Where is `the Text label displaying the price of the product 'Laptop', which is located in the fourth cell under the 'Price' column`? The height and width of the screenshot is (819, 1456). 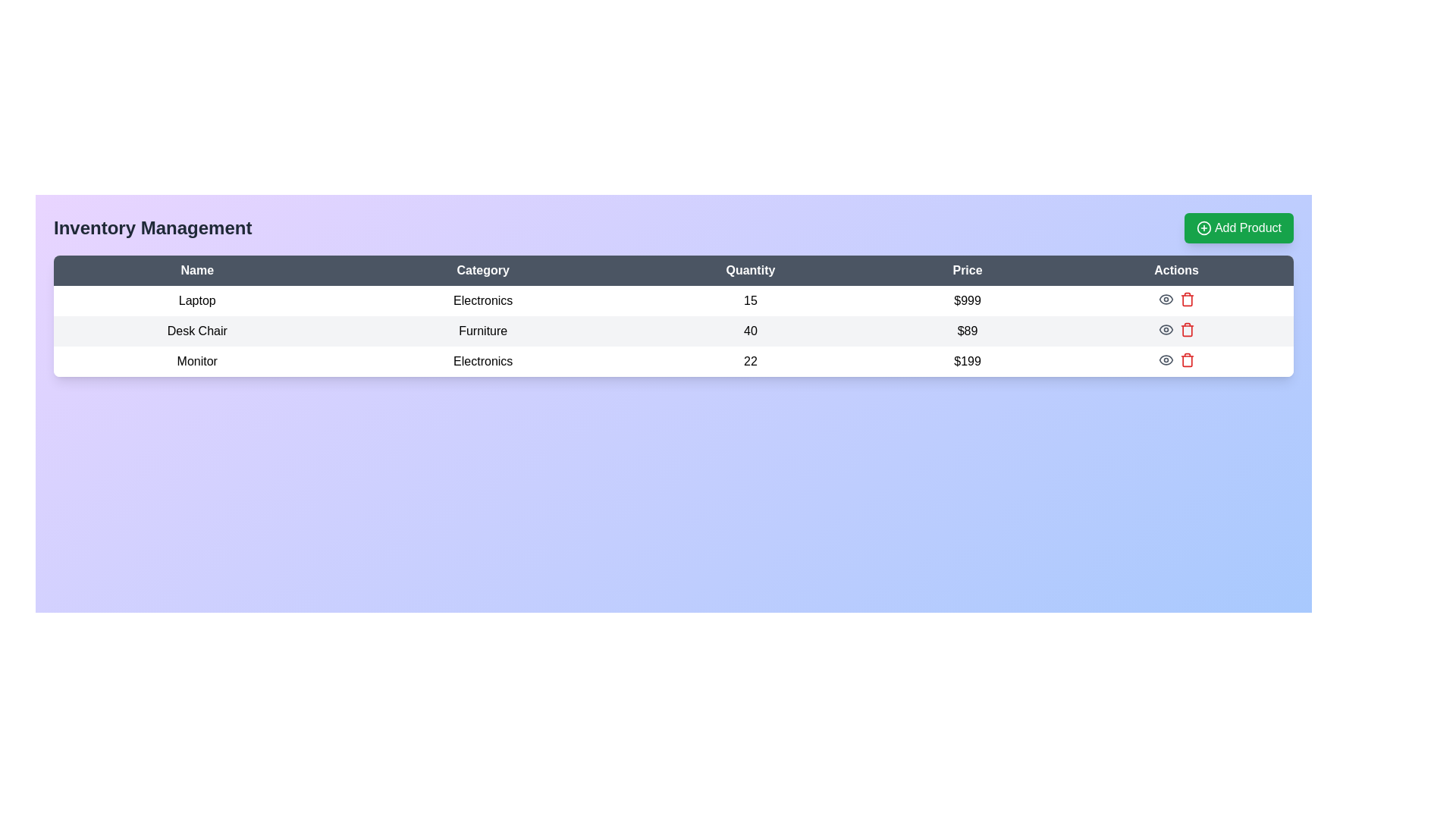 the Text label displaying the price of the product 'Laptop', which is located in the fourth cell under the 'Price' column is located at coordinates (967, 301).